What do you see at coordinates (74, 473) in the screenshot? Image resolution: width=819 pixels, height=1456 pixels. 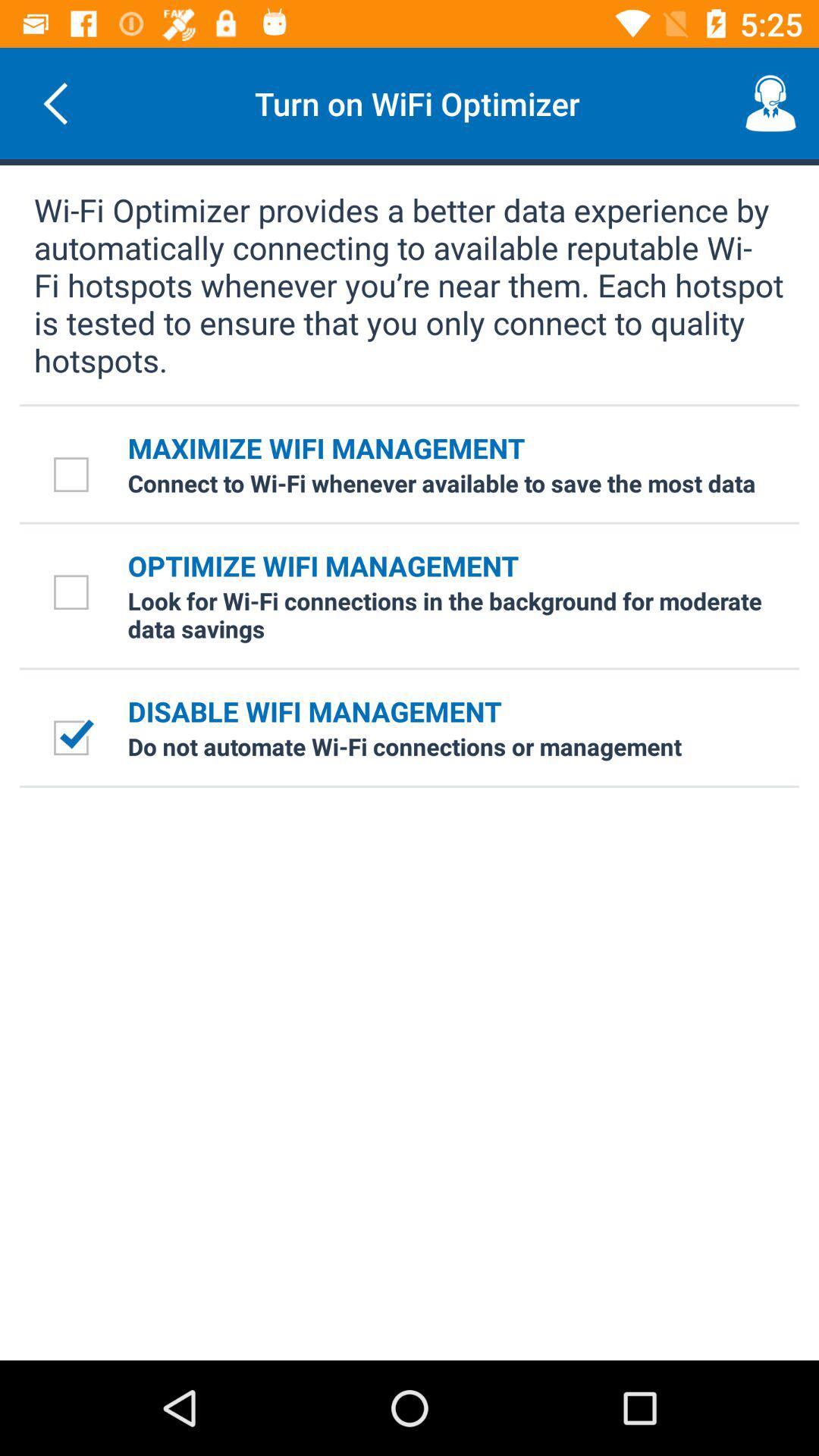 I see `icon next to the maximize wifi management icon` at bounding box center [74, 473].